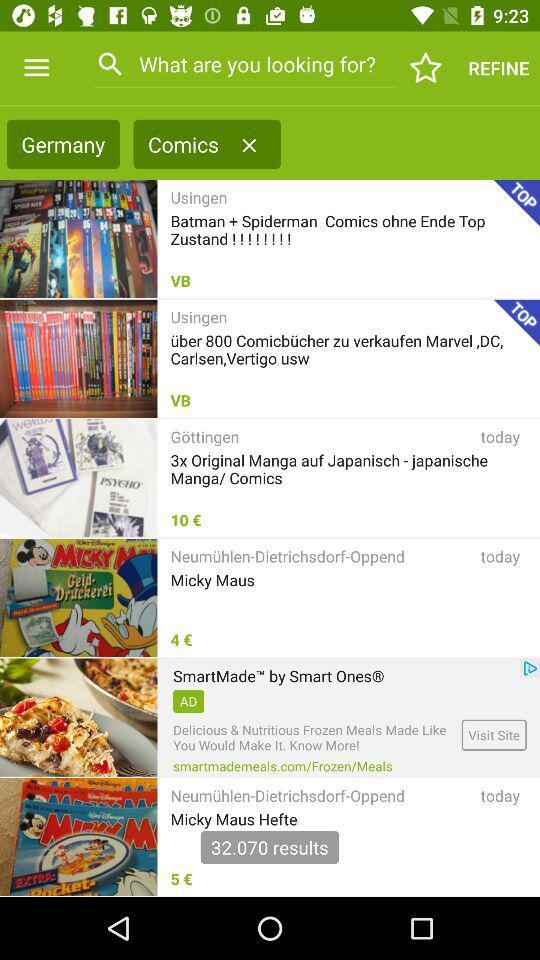 Image resolution: width=540 pixels, height=960 pixels. What do you see at coordinates (249, 144) in the screenshot?
I see `icon above usingen item` at bounding box center [249, 144].